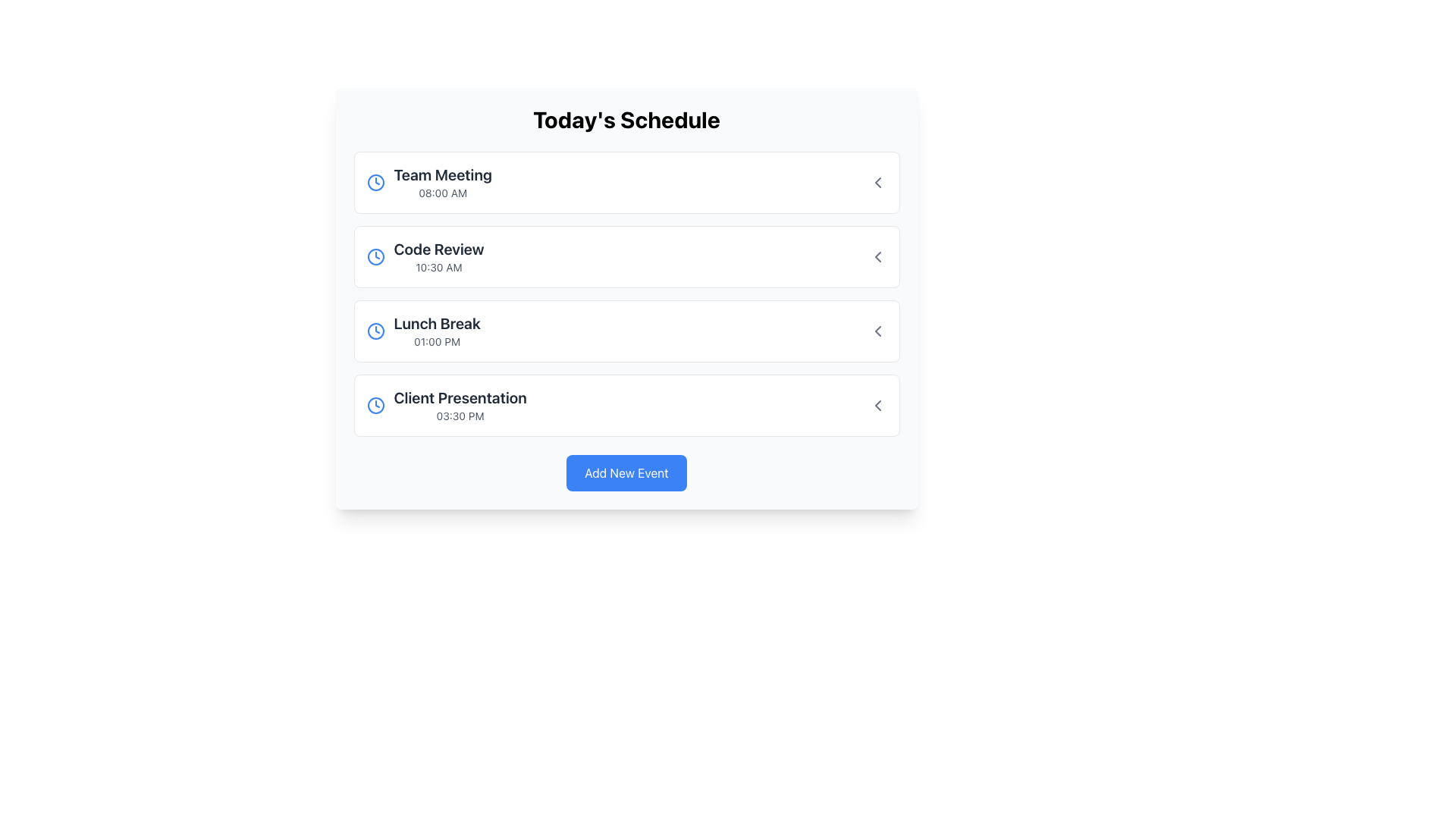 The image size is (1456, 819). Describe the element at coordinates (877, 330) in the screenshot. I see `the arrow icon button for expanding or collapsing details related to the 'Lunch Break 01:00 PM' schedule entry, located to the right of the text '01:00 PM'` at that location.